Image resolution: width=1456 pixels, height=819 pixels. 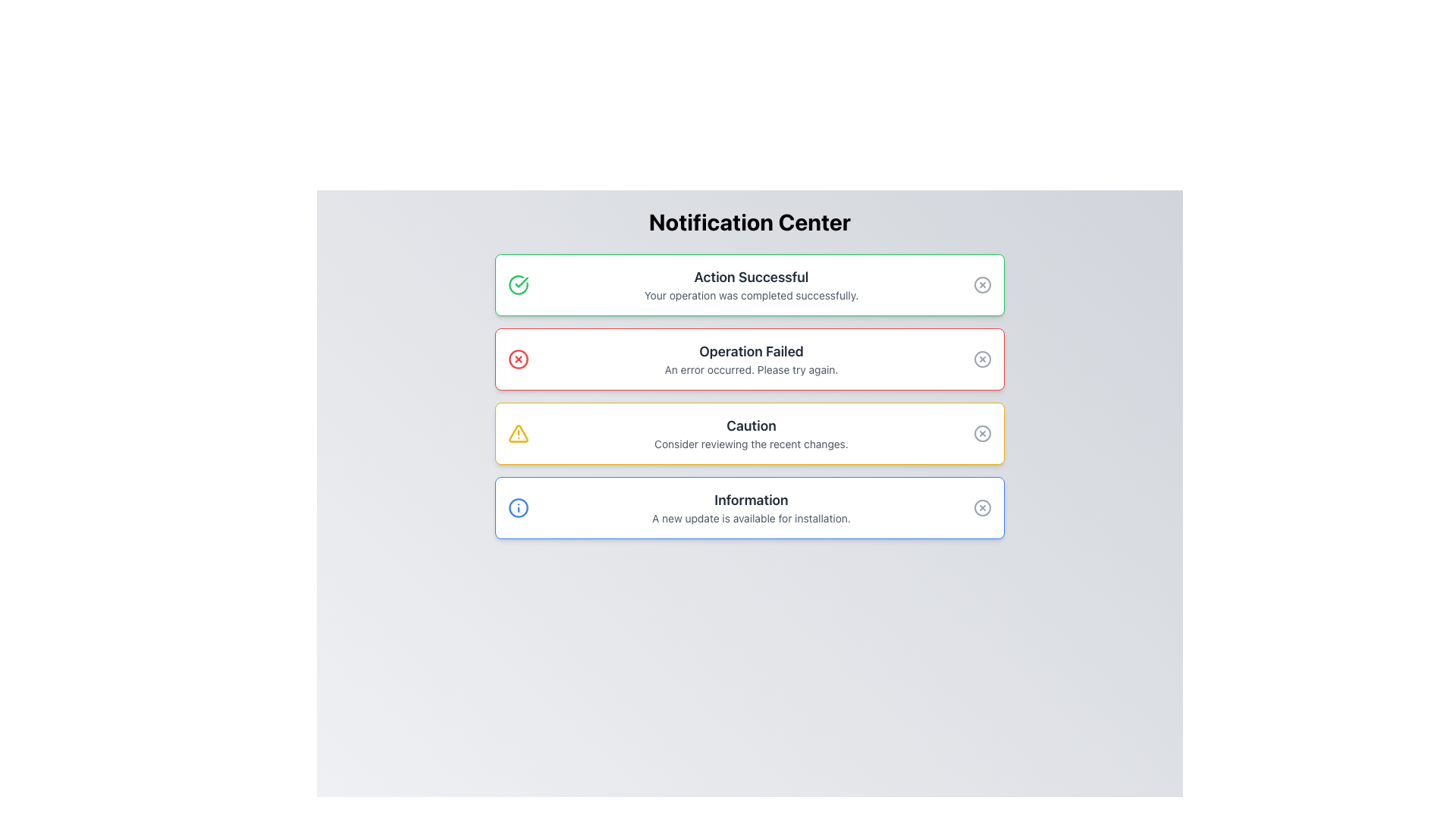 What do you see at coordinates (983, 284) in the screenshot?
I see `the circular close button with a cross (X) mark inside, located at the upper-right corner of the green-bordered notification box labeled 'Action Successful'` at bounding box center [983, 284].